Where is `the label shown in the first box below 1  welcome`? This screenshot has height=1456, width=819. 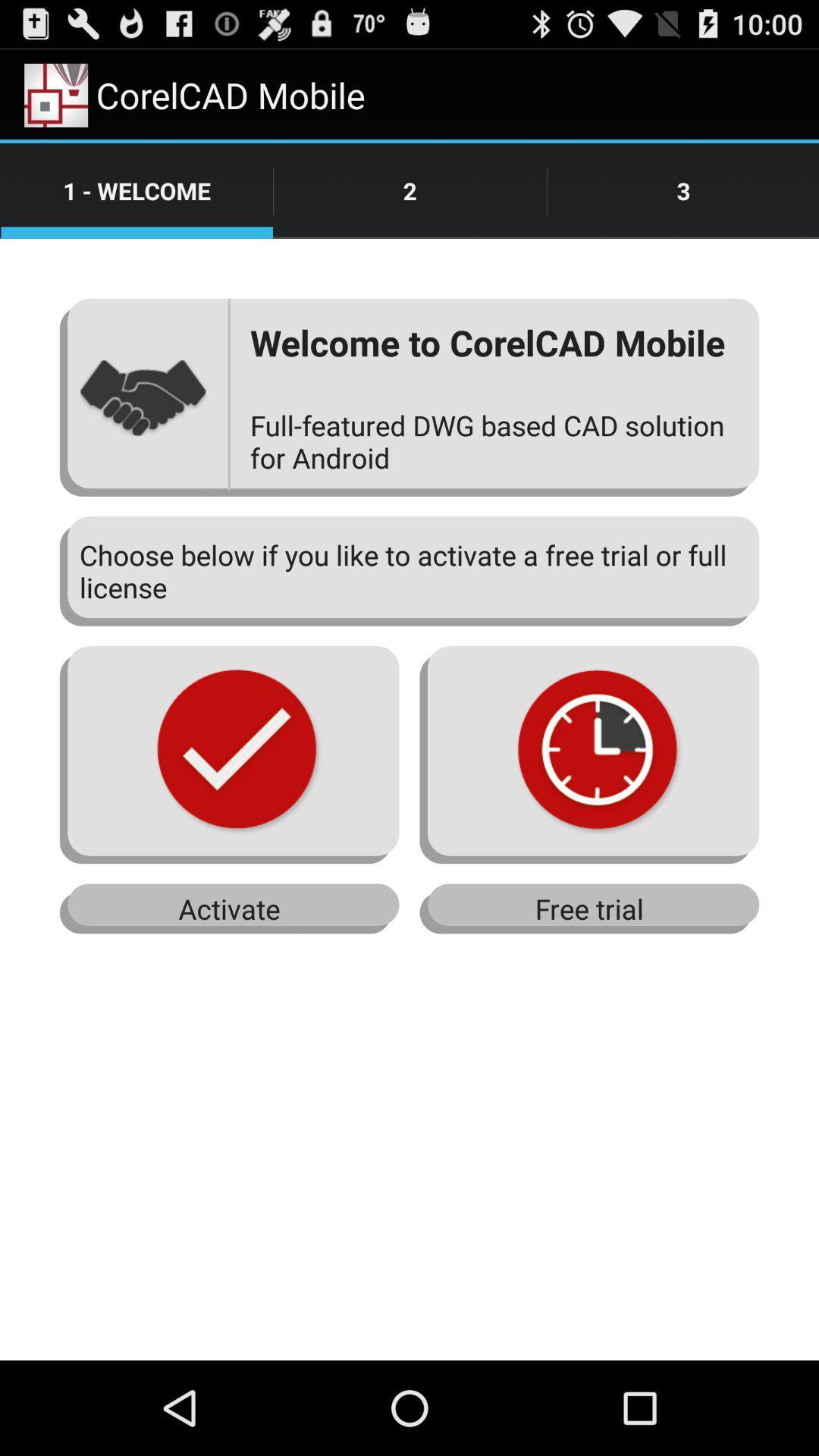
the label shown in the first box below 1  welcome is located at coordinates (143, 397).